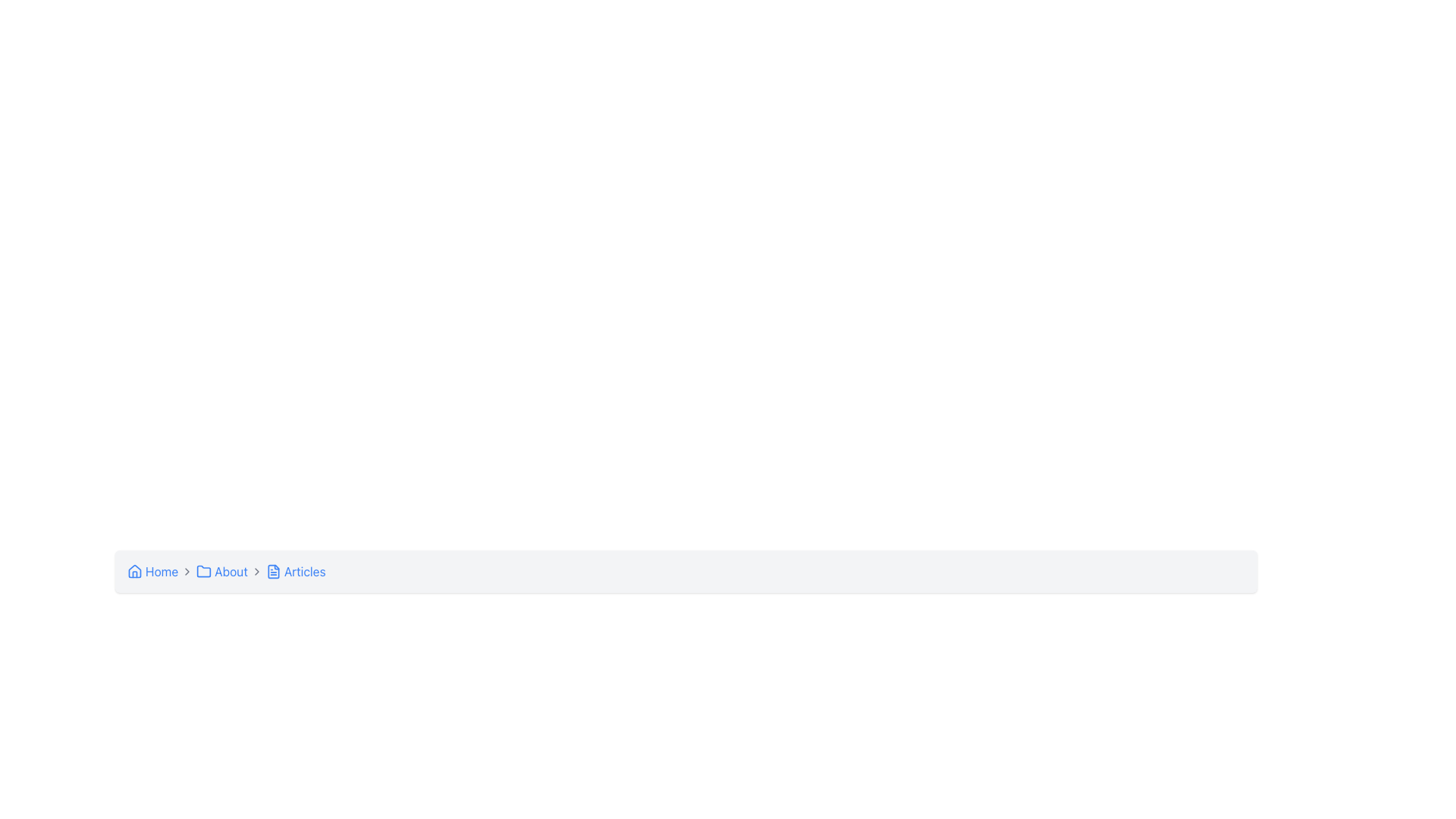 This screenshot has width=1456, height=819. Describe the element at coordinates (203, 571) in the screenshot. I see `the folder icon` at that location.